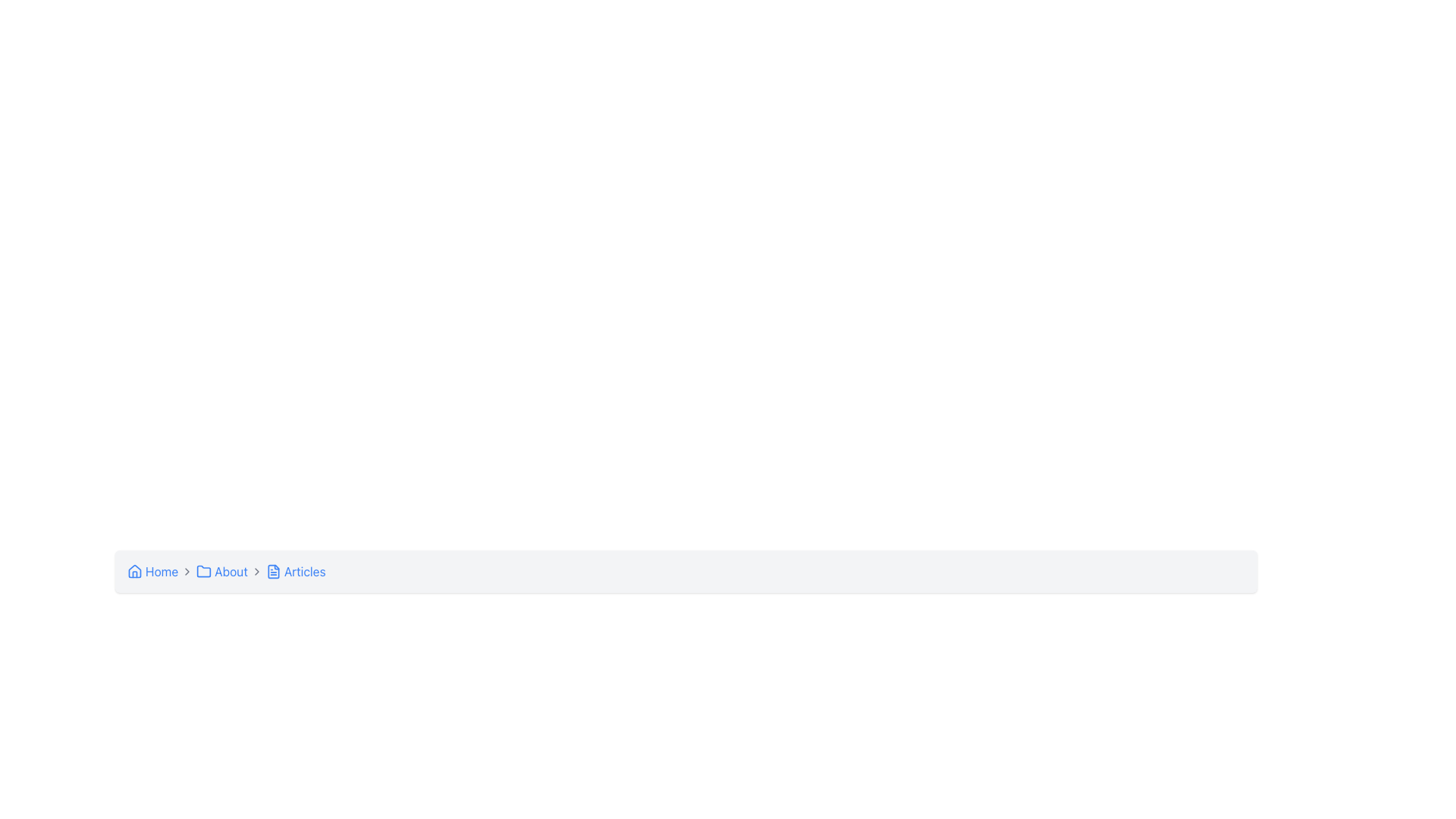 This screenshot has width=1456, height=819. Describe the element at coordinates (203, 571) in the screenshot. I see `the folder icon` at that location.